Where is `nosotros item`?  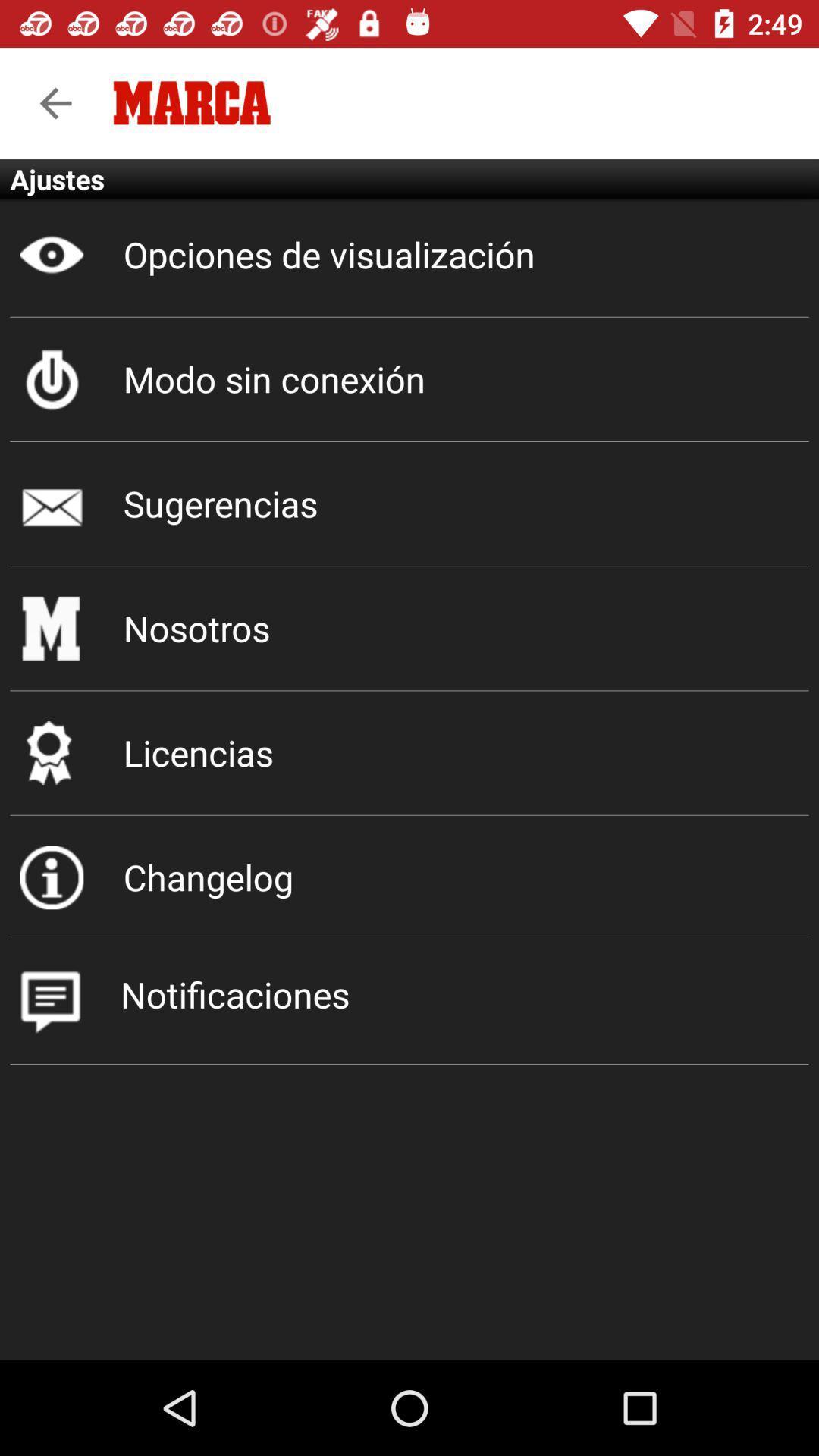
nosotros item is located at coordinates (409, 628).